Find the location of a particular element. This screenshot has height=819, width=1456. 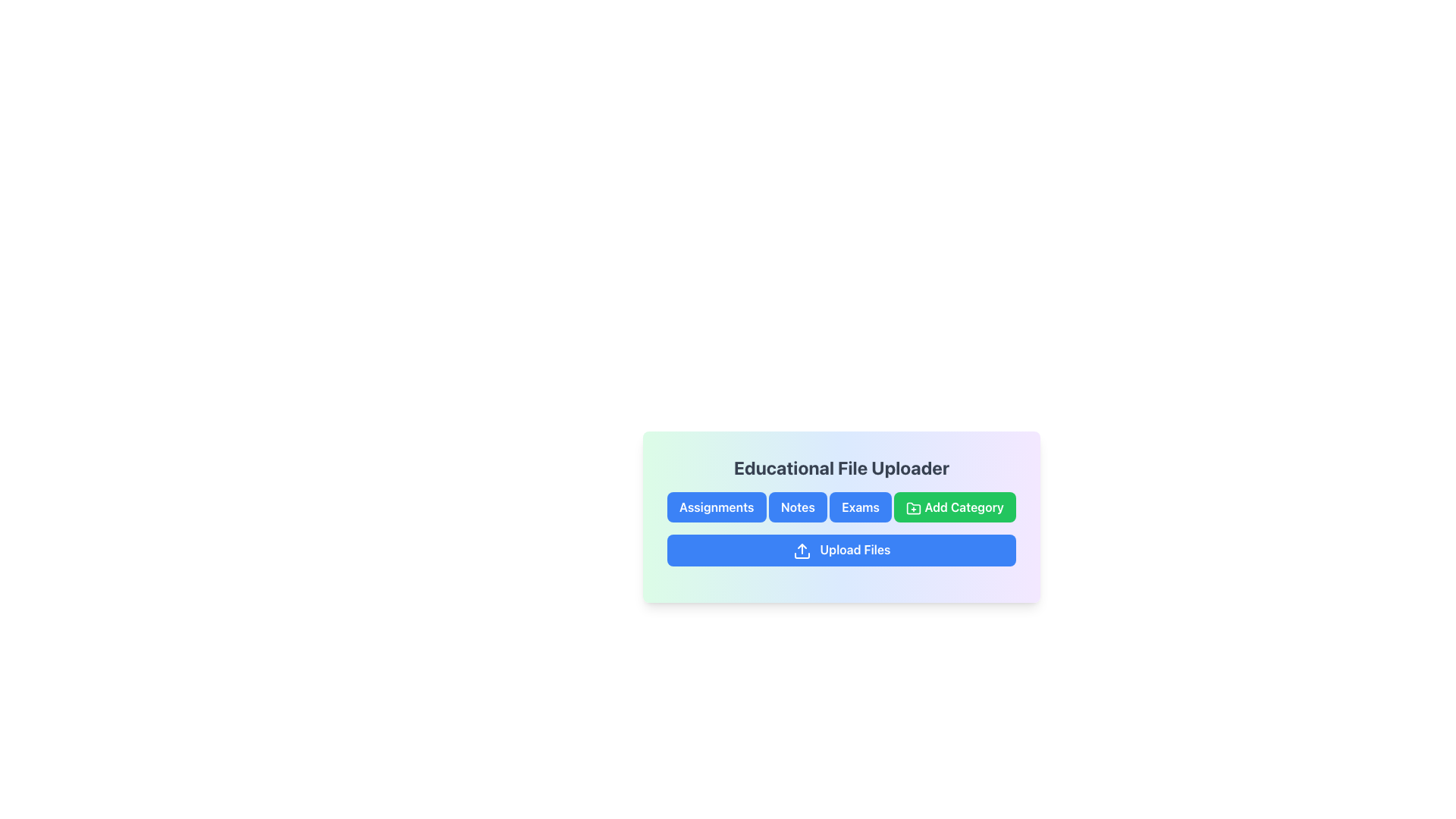

the 'Exams' button in the file management interface is located at coordinates (840, 516).